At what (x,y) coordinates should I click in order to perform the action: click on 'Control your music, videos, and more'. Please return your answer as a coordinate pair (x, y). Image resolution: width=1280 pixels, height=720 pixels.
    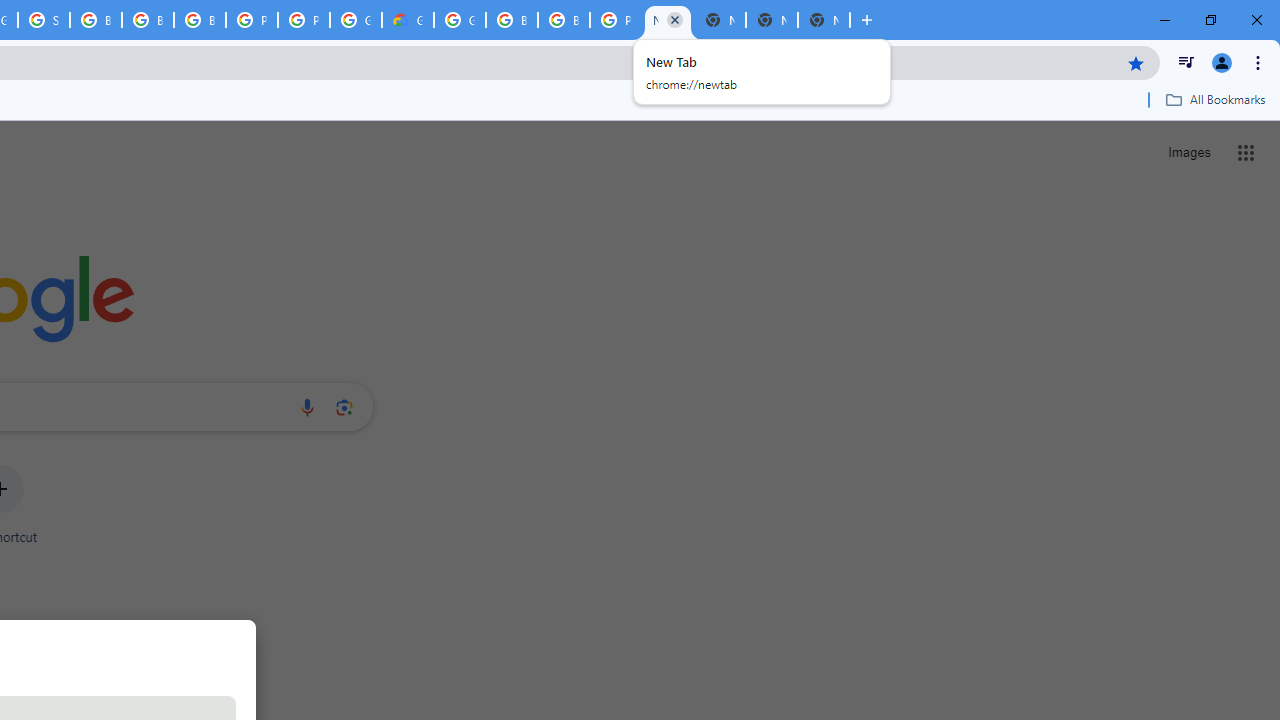
    Looking at the image, I should click on (1185, 61).